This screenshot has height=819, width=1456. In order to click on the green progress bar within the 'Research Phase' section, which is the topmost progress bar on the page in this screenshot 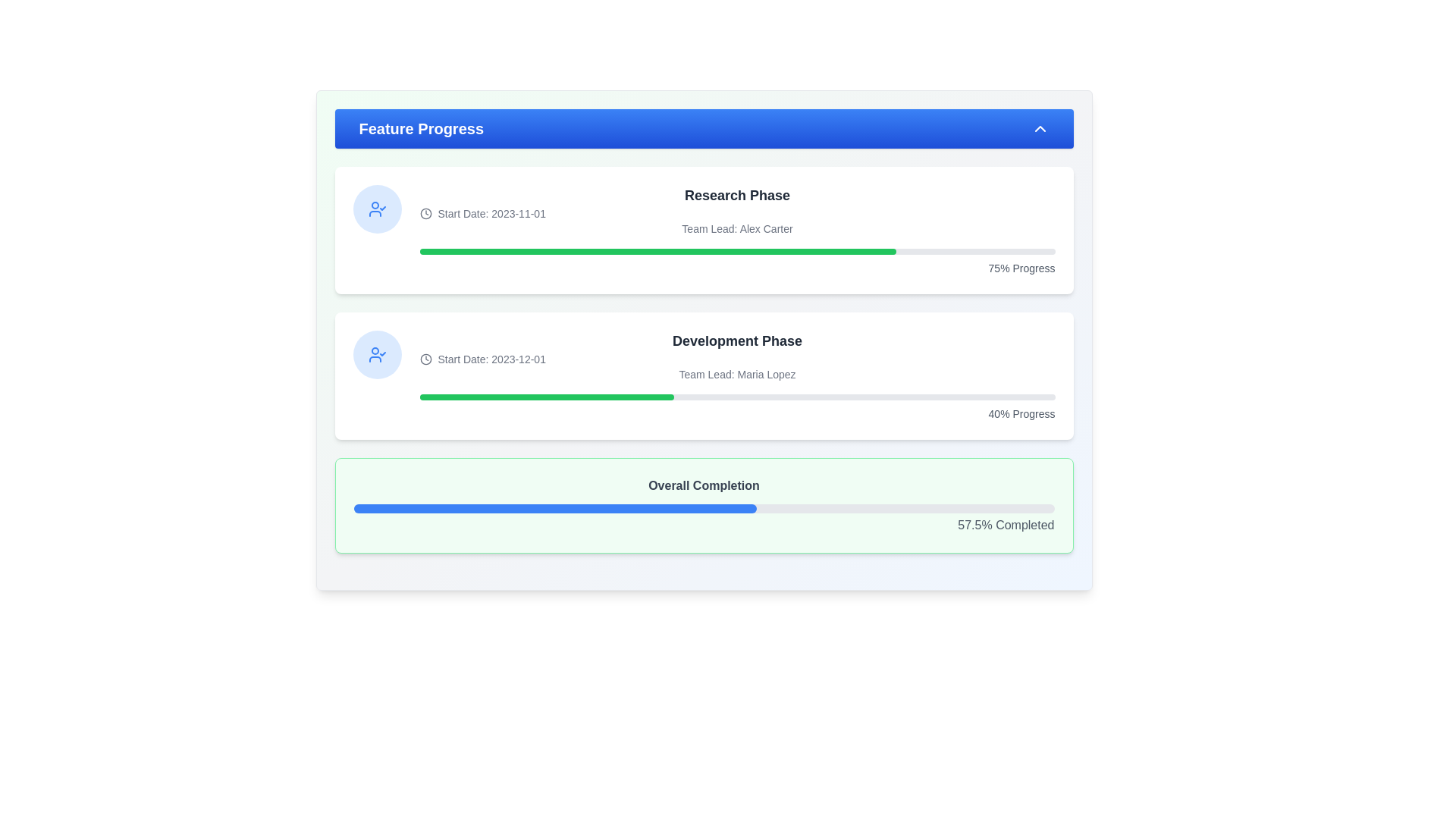, I will do `click(657, 250)`.